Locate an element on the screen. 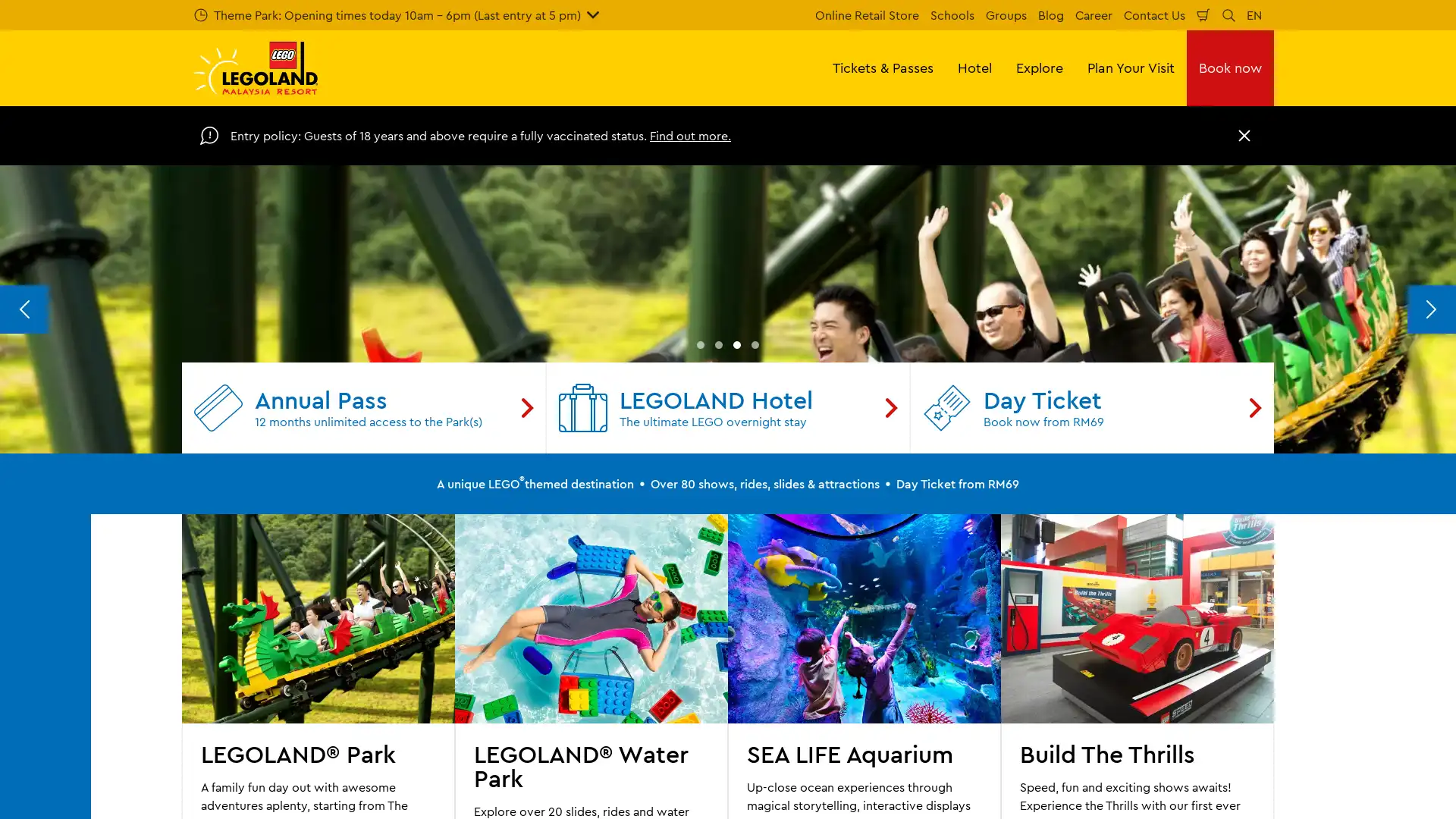 This screenshot has width=1456, height=819. Tickets & Passes is located at coordinates (883, 67).